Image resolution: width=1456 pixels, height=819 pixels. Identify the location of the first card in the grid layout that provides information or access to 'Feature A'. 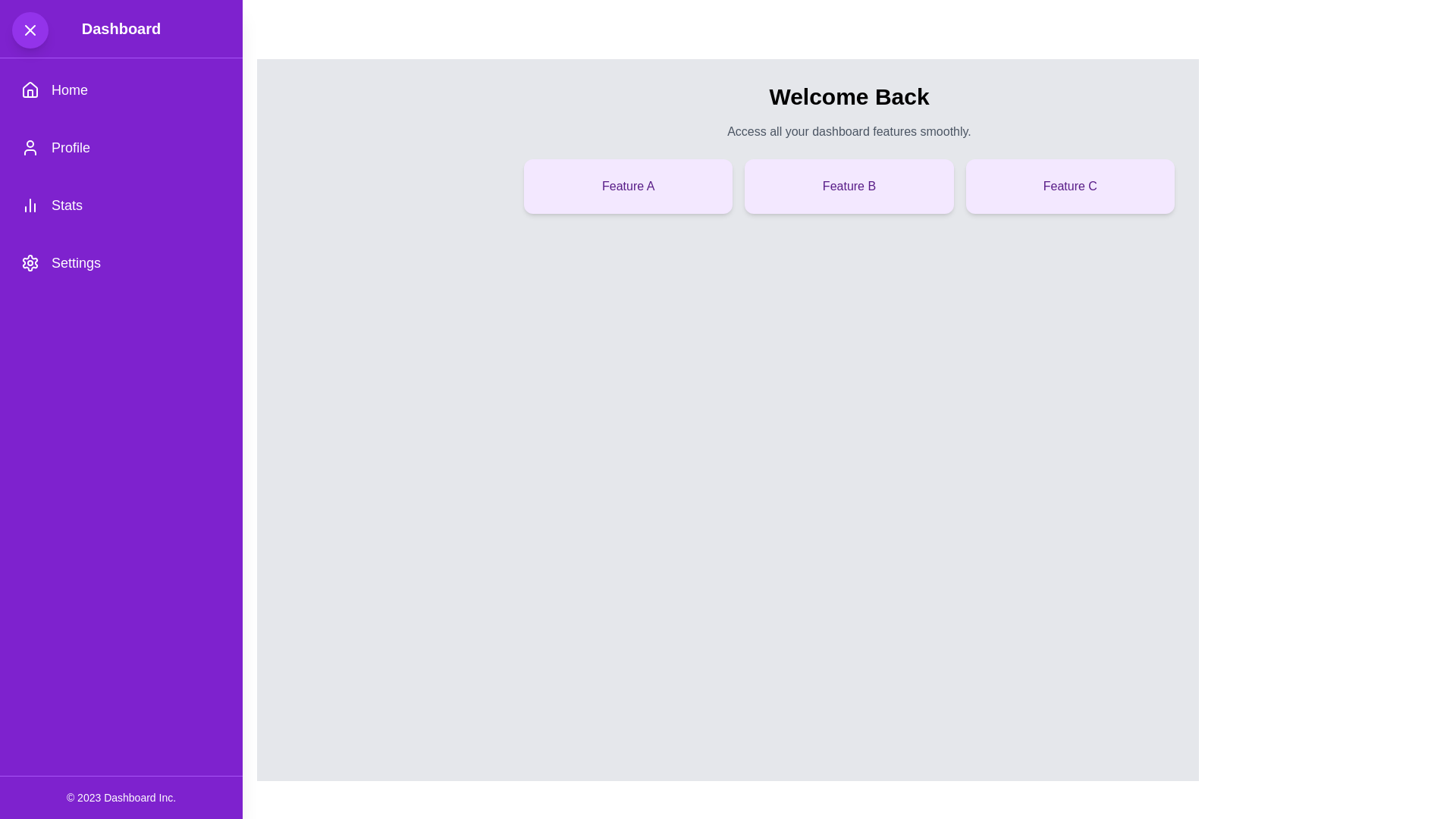
(628, 186).